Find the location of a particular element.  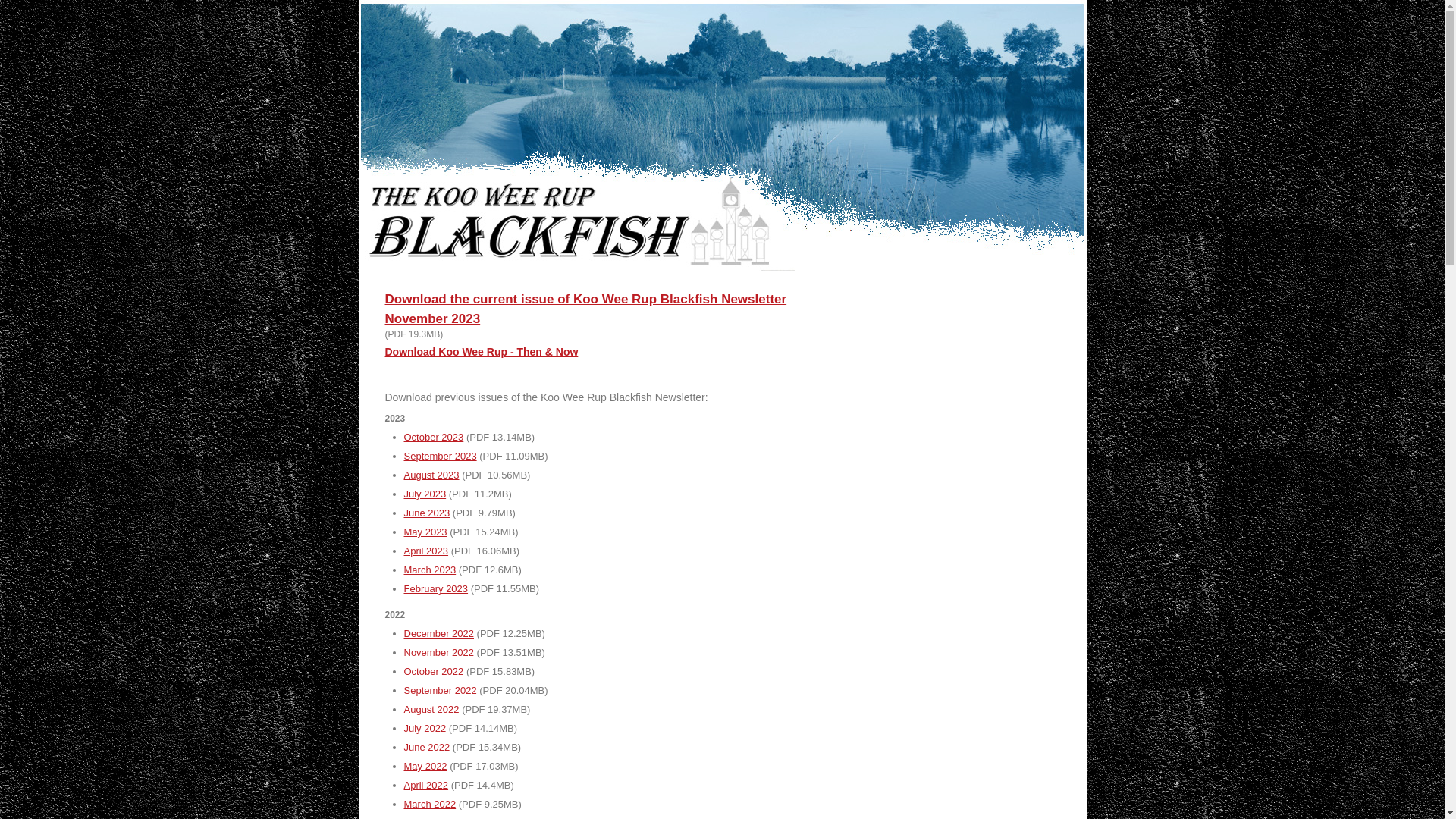

'August 2022' is located at coordinates (430, 709).